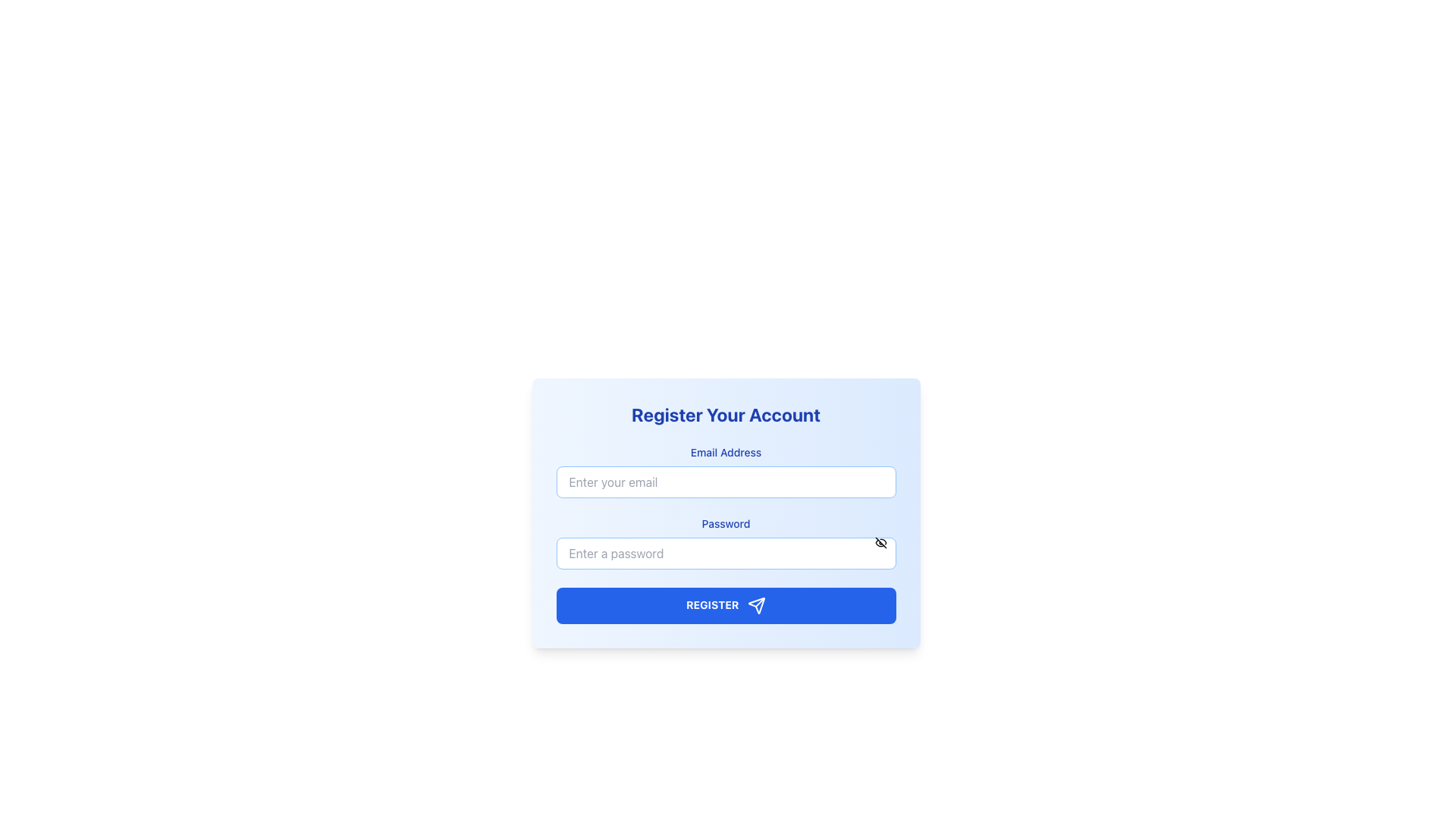  What do you see at coordinates (880, 542) in the screenshot?
I see `the button that toggles the visibility of the password input field's content` at bounding box center [880, 542].